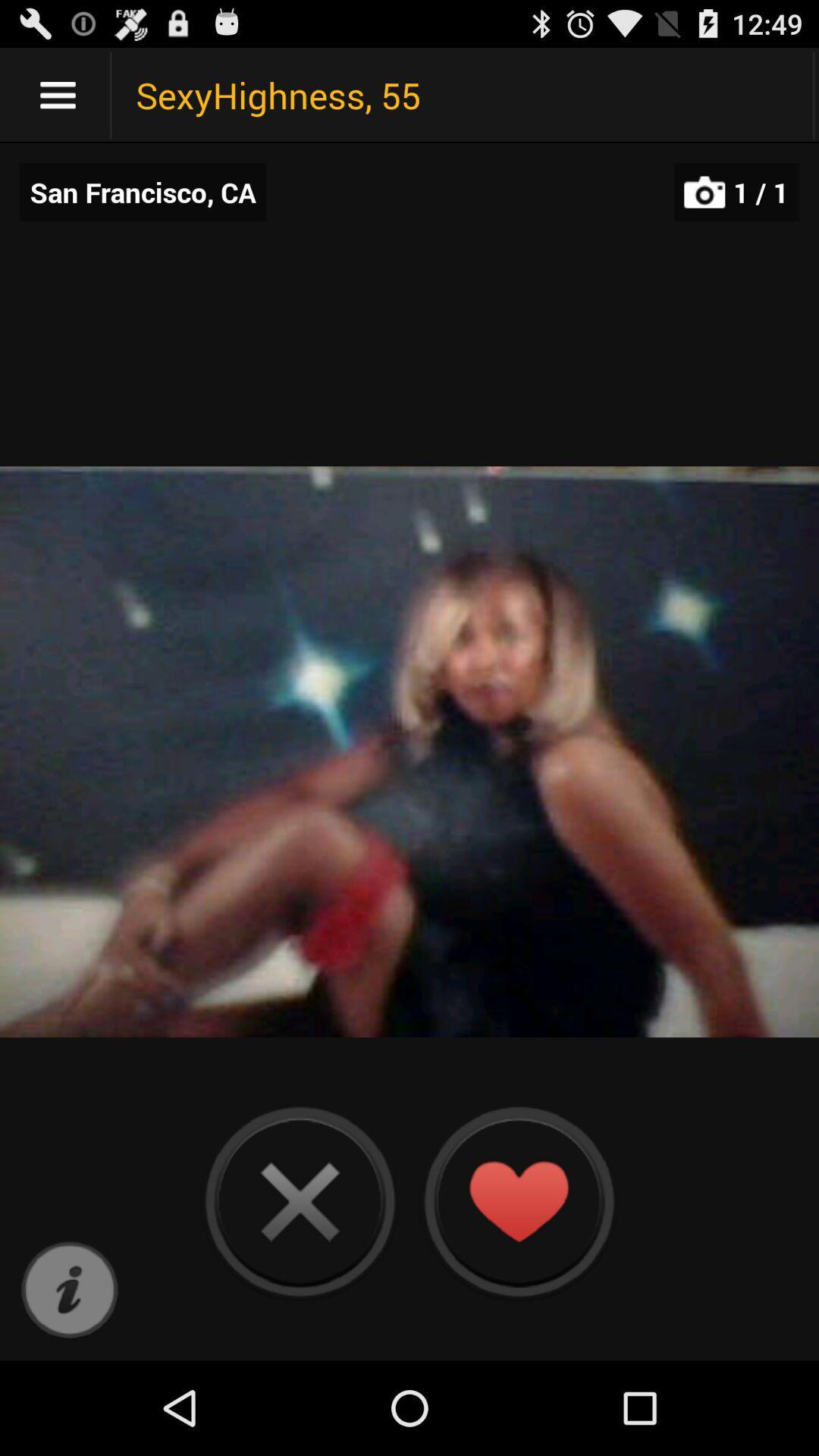 This screenshot has height=1456, width=819. I want to click on like or favorite the above photo, so click(517, 1200).